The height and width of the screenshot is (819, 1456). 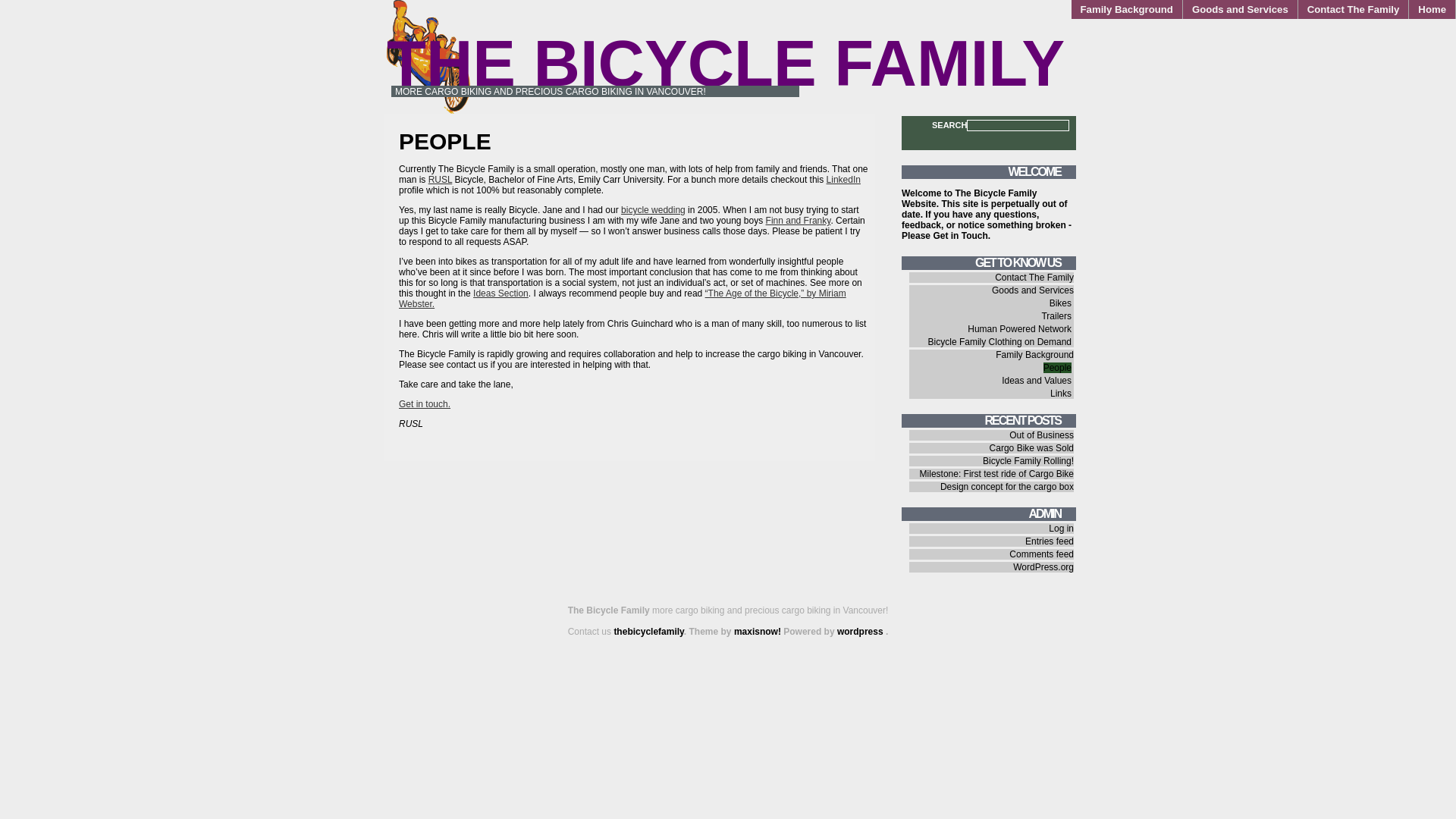 I want to click on 'Ideas and Values', so click(x=1036, y=379).